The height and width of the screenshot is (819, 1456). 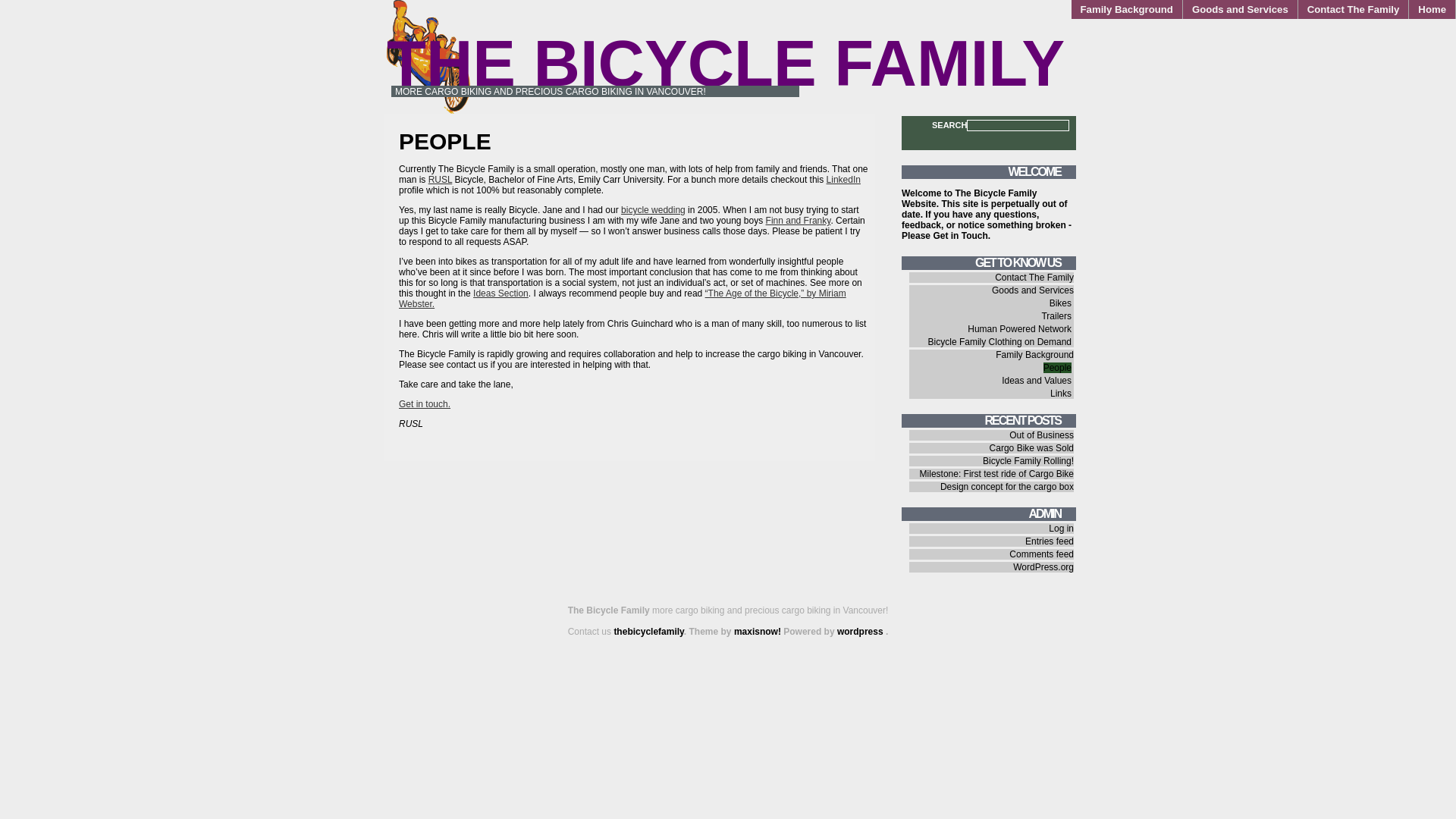 I want to click on 'Ideas and Values', so click(x=1036, y=379).